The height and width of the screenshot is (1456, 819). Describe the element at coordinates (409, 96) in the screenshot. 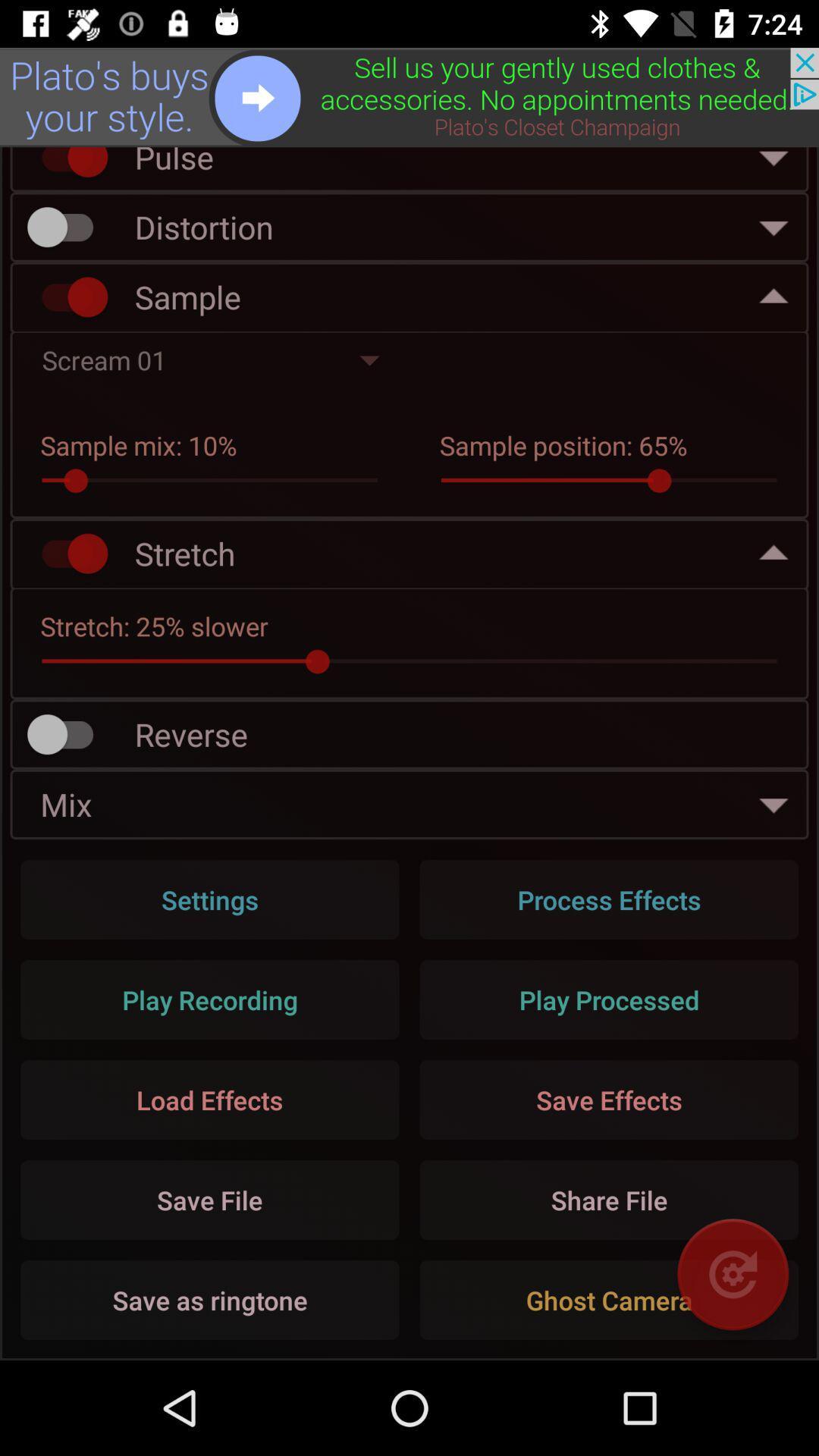

I see `menu` at that location.